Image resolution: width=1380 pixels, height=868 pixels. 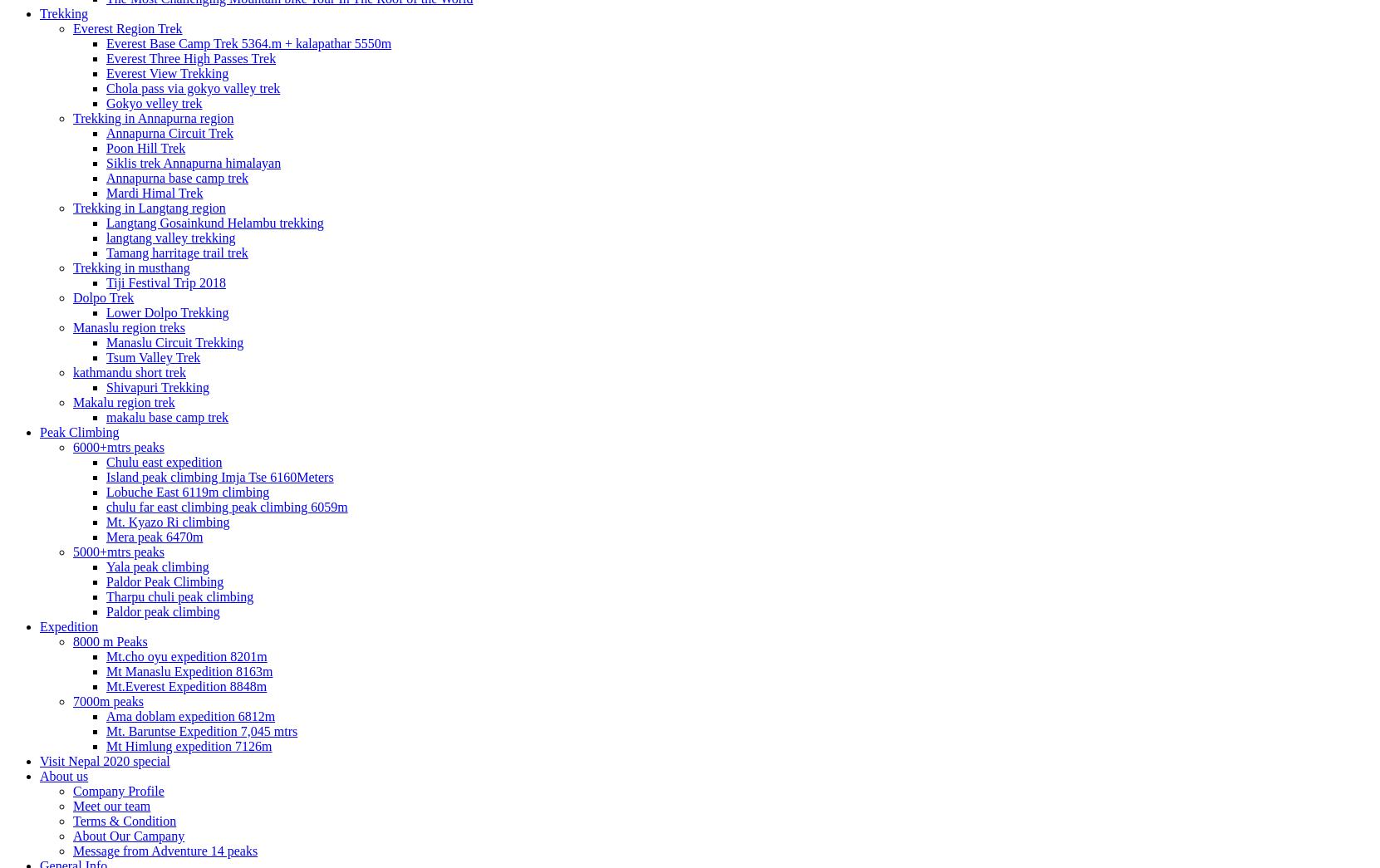 I want to click on 'Everest Base Camp Trek 5364.m  + kalapathar 5550m', so click(x=106, y=42).